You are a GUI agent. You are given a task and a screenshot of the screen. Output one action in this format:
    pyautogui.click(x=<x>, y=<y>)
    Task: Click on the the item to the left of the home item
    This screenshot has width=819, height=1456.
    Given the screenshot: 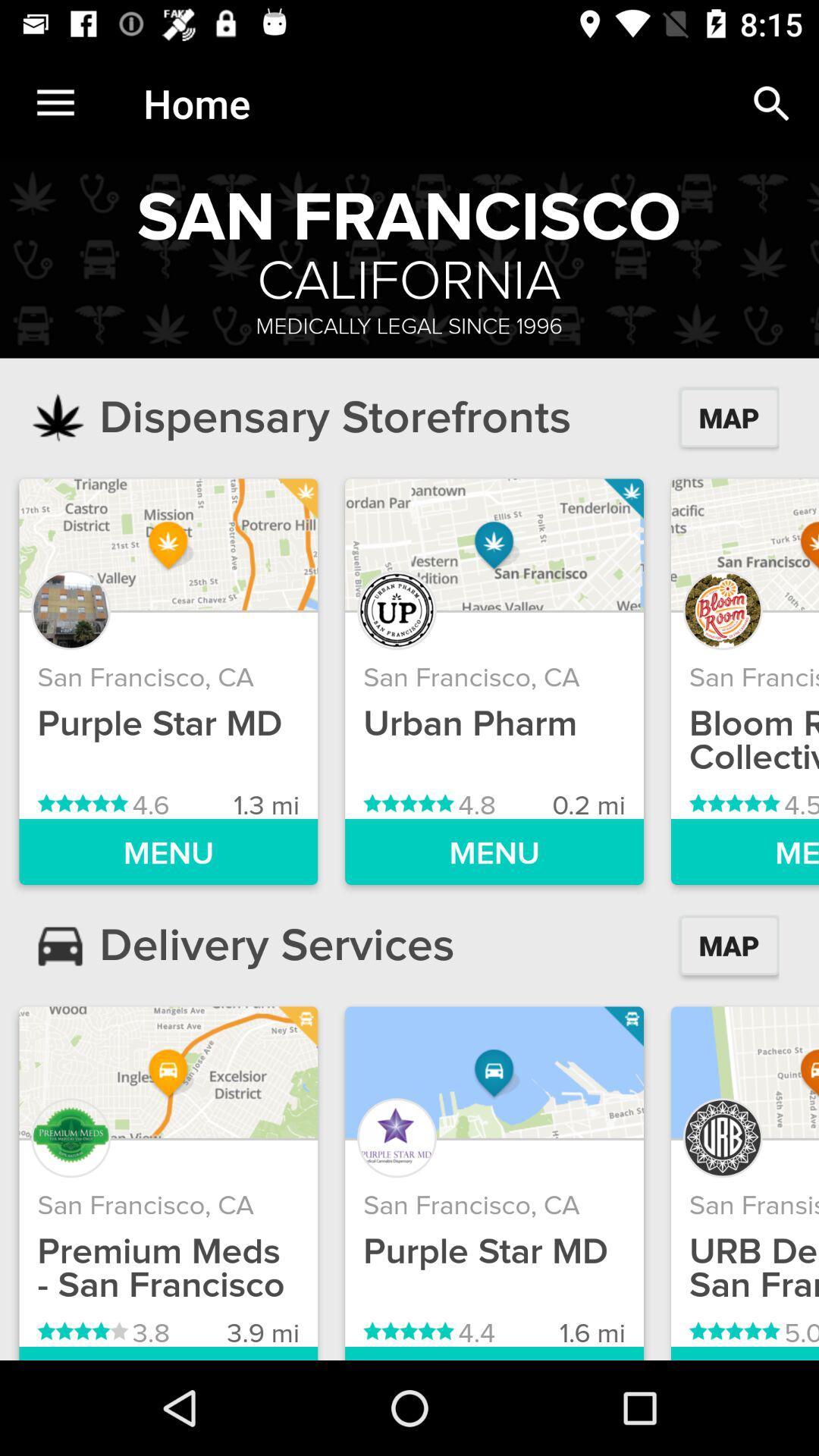 What is the action you would take?
    pyautogui.click(x=55, y=102)
    